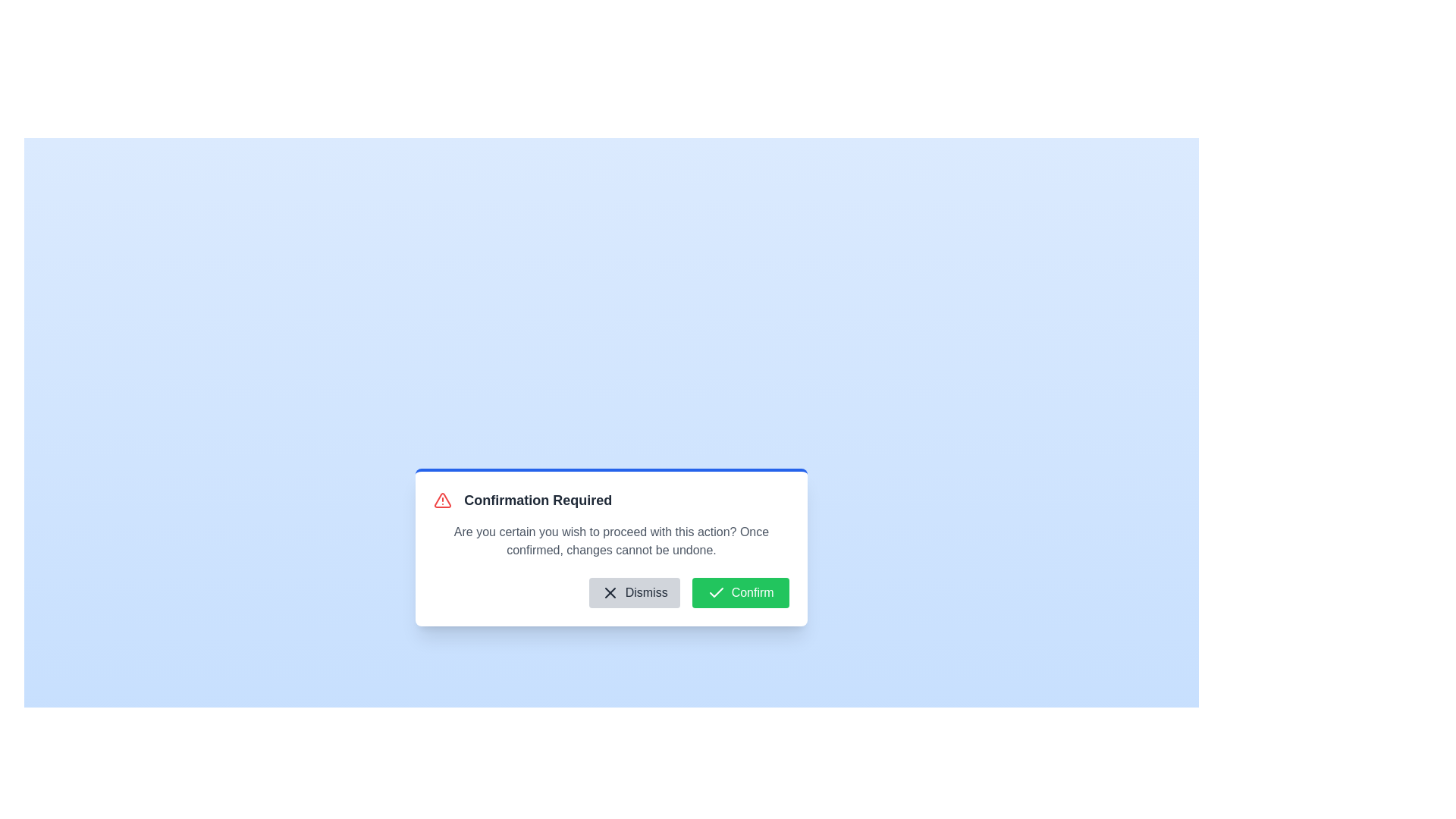  I want to click on the text element that reads 'Are you certain you wish to proceed with this action? Once confirmed, changes cannot be undone.' located within the confirmation modal, which is positioned below the title 'Confirmation Required', so click(611, 540).